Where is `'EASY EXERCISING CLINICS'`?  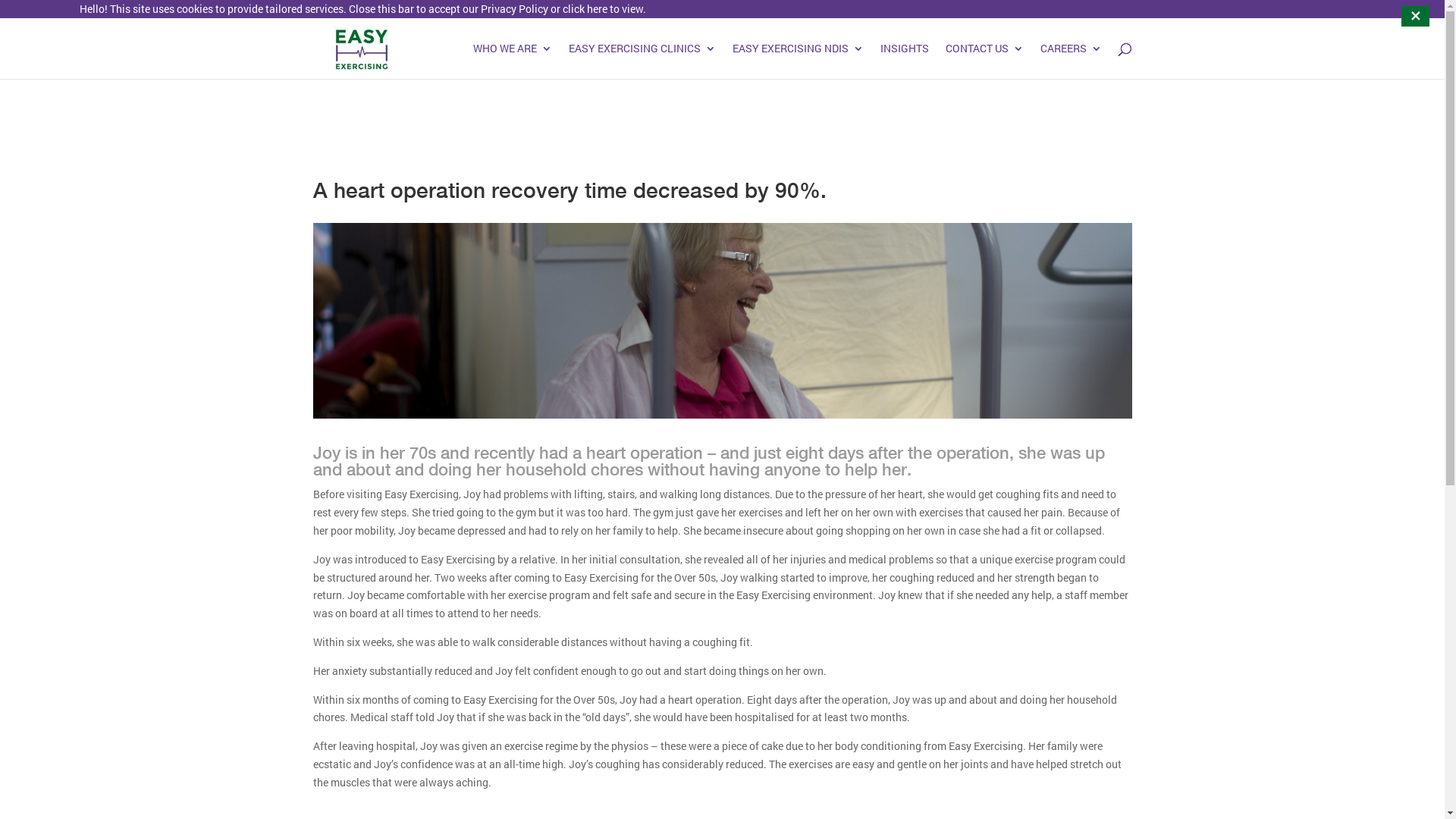
'EASY EXERCISING CLINICS' is located at coordinates (642, 60).